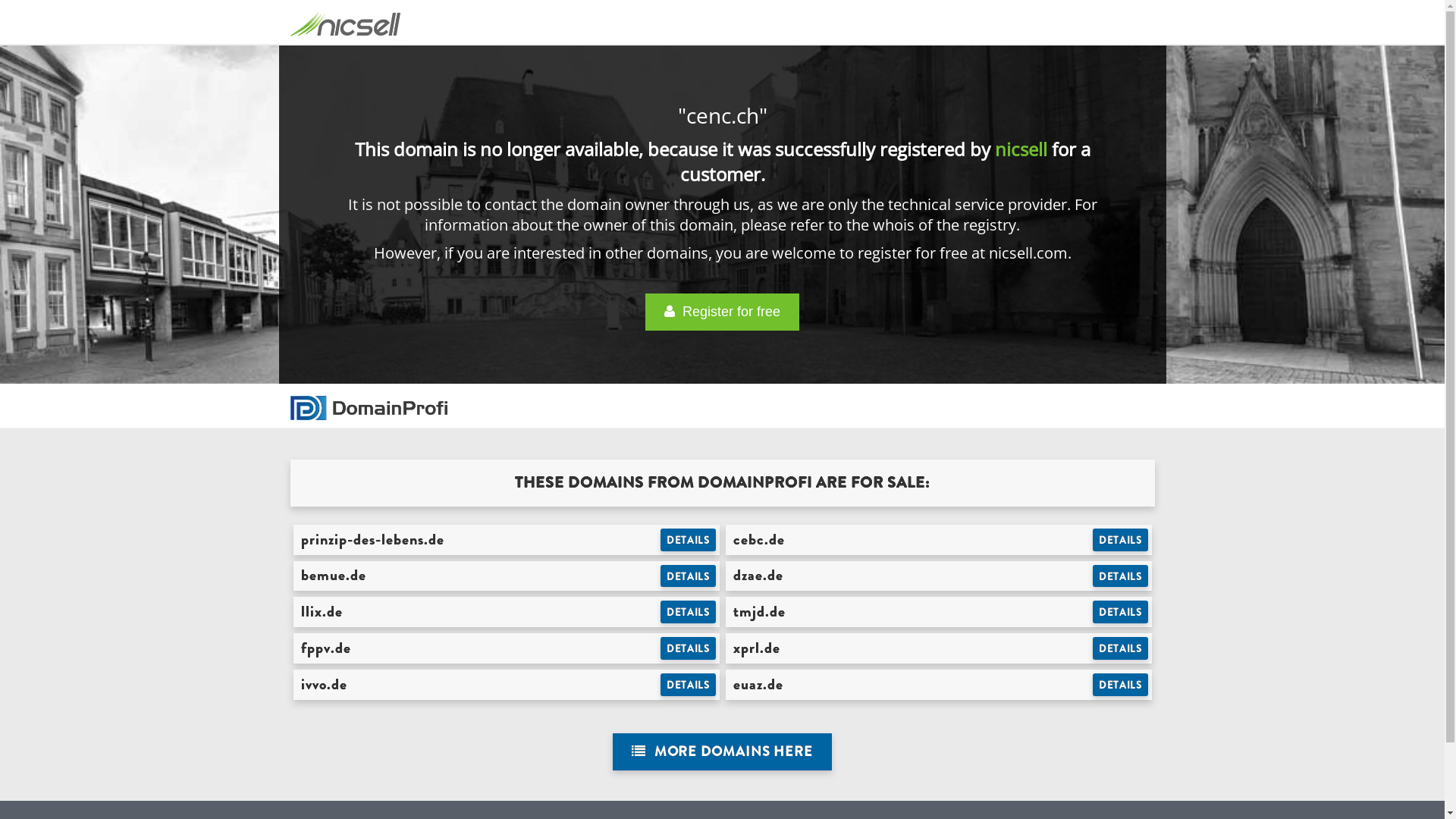 Image resolution: width=1456 pixels, height=819 pixels. What do you see at coordinates (1120, 576) in the screenshot?
I see `'DETAILS'` at bounding box center [1120, 576].